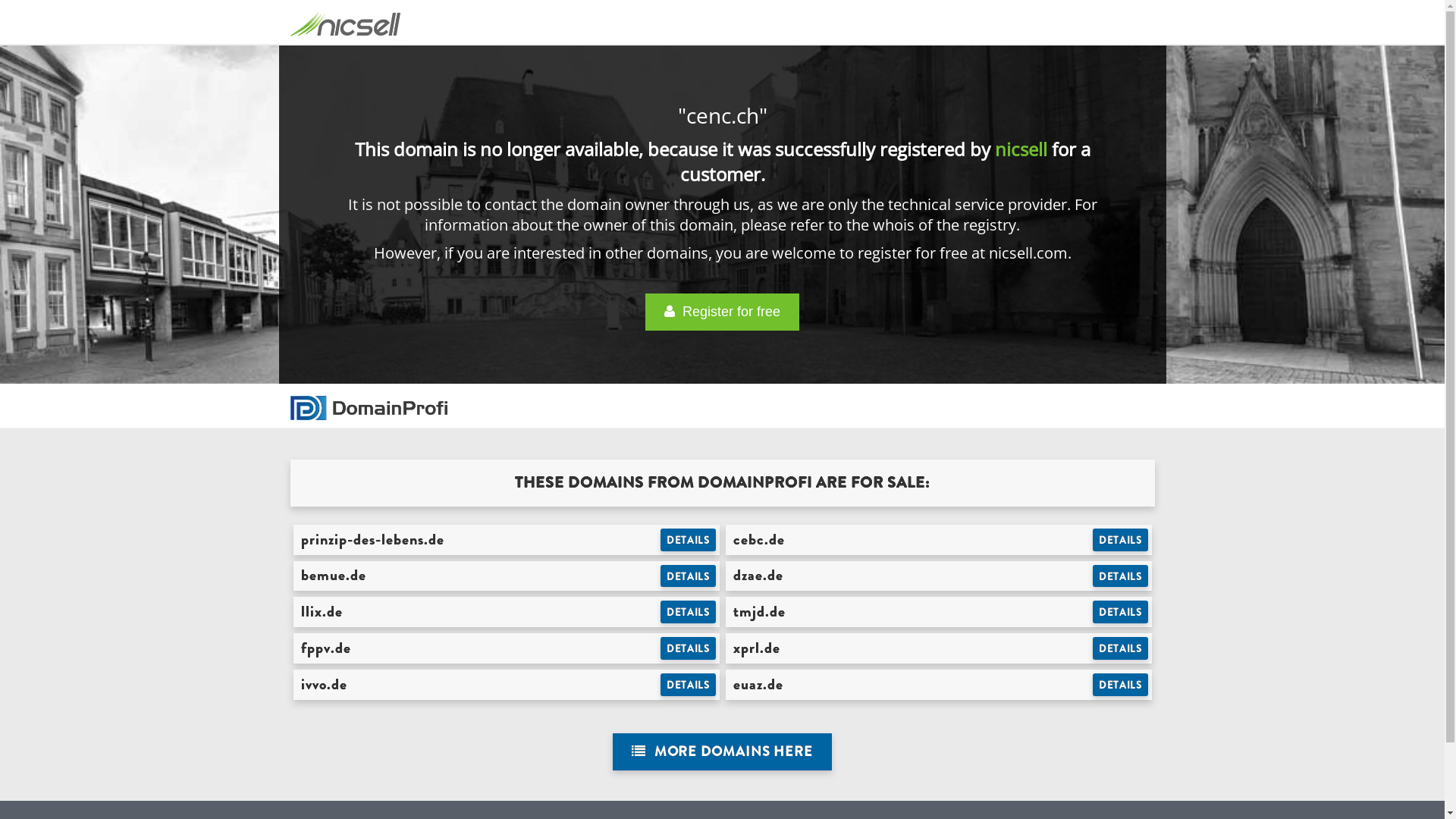 Image resolution: width=1456 pixels, height=819 pixels. What do you see at coordinates (1120, 576) in the screenshot?
I see `'DETAILS'` at bounding box center [1120, 576].